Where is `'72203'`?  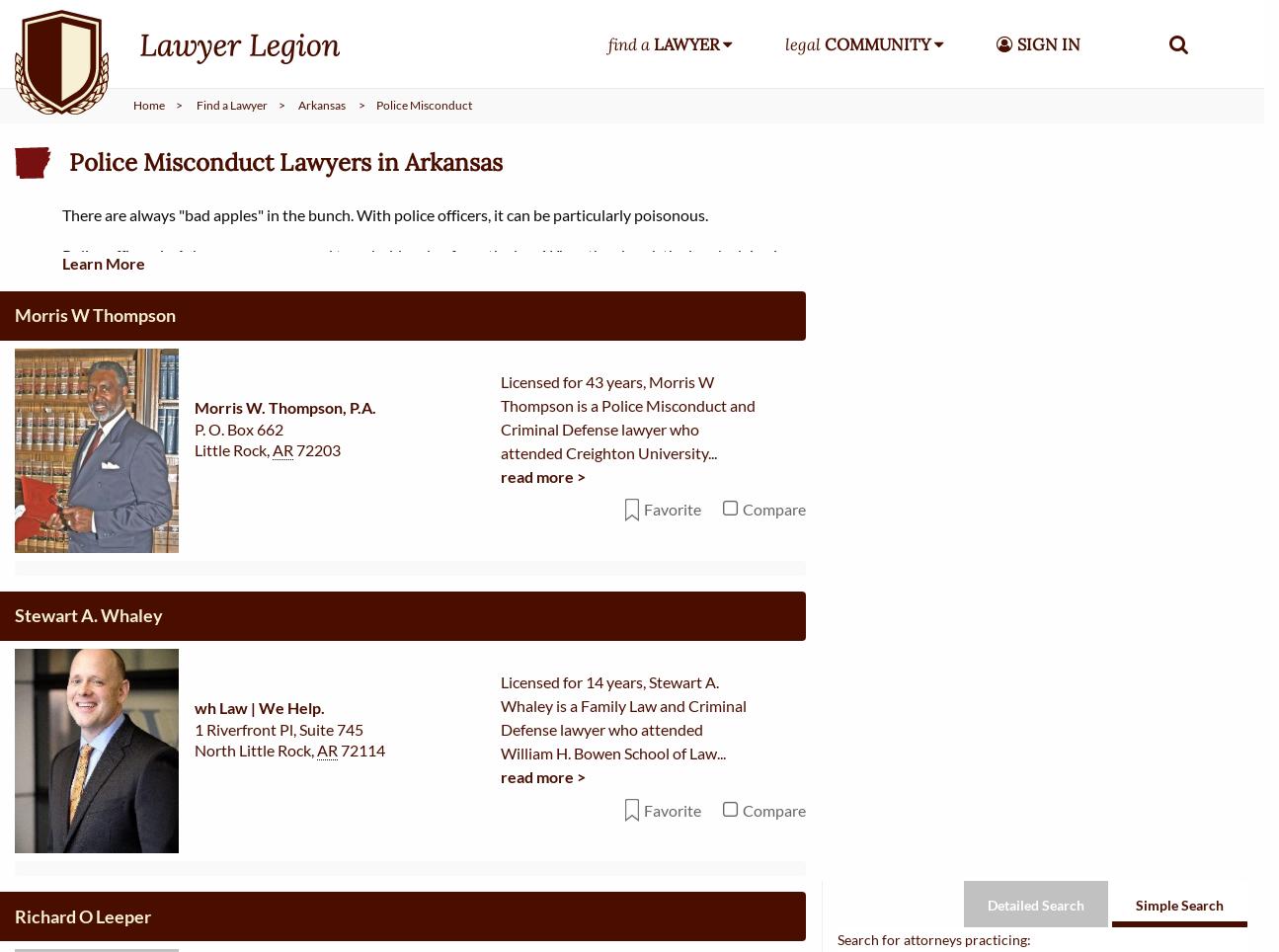 '72203' is located at coordinates (318, 180).